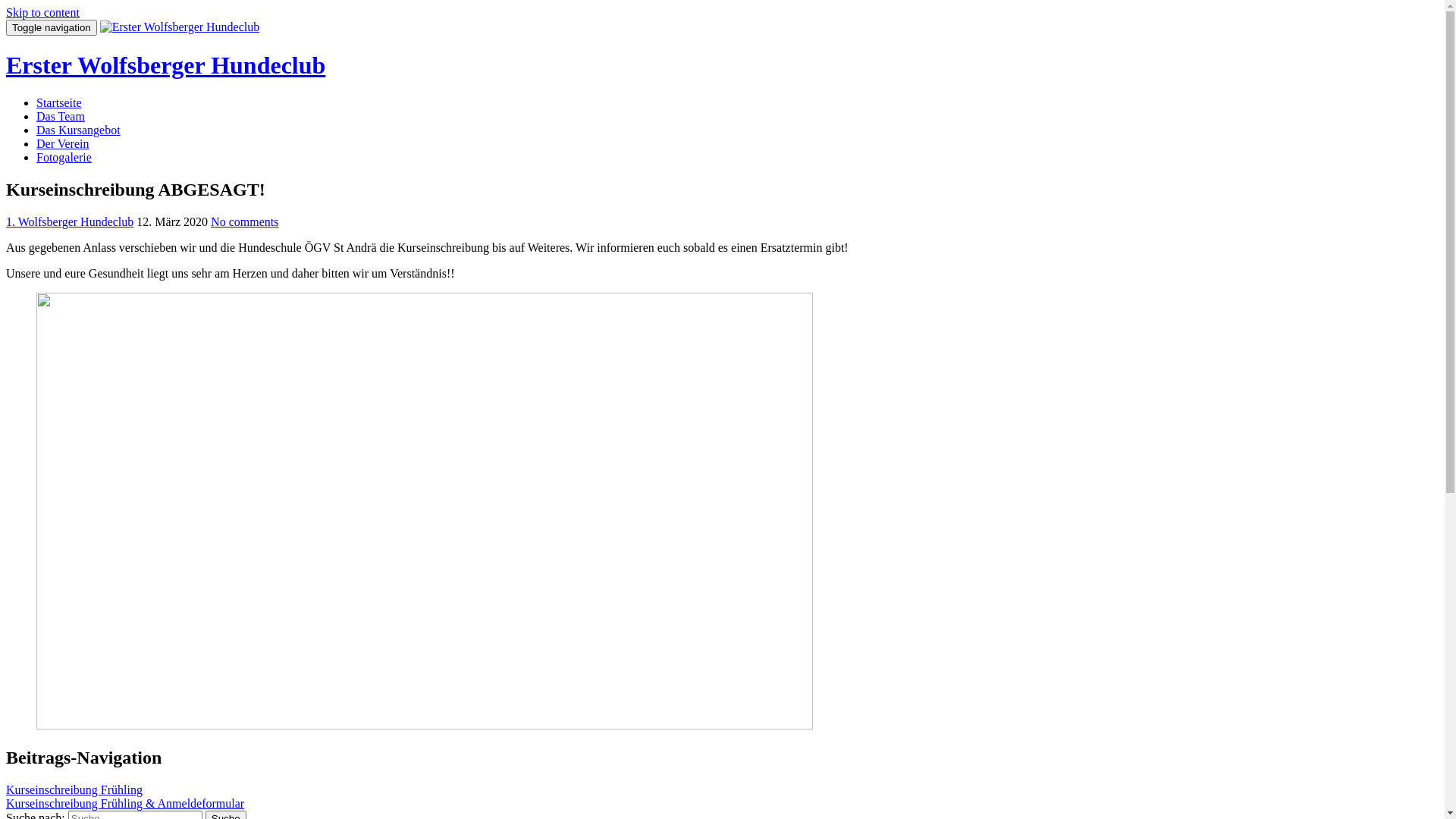  I want to click on 'Der Verein', so click(61, 143).